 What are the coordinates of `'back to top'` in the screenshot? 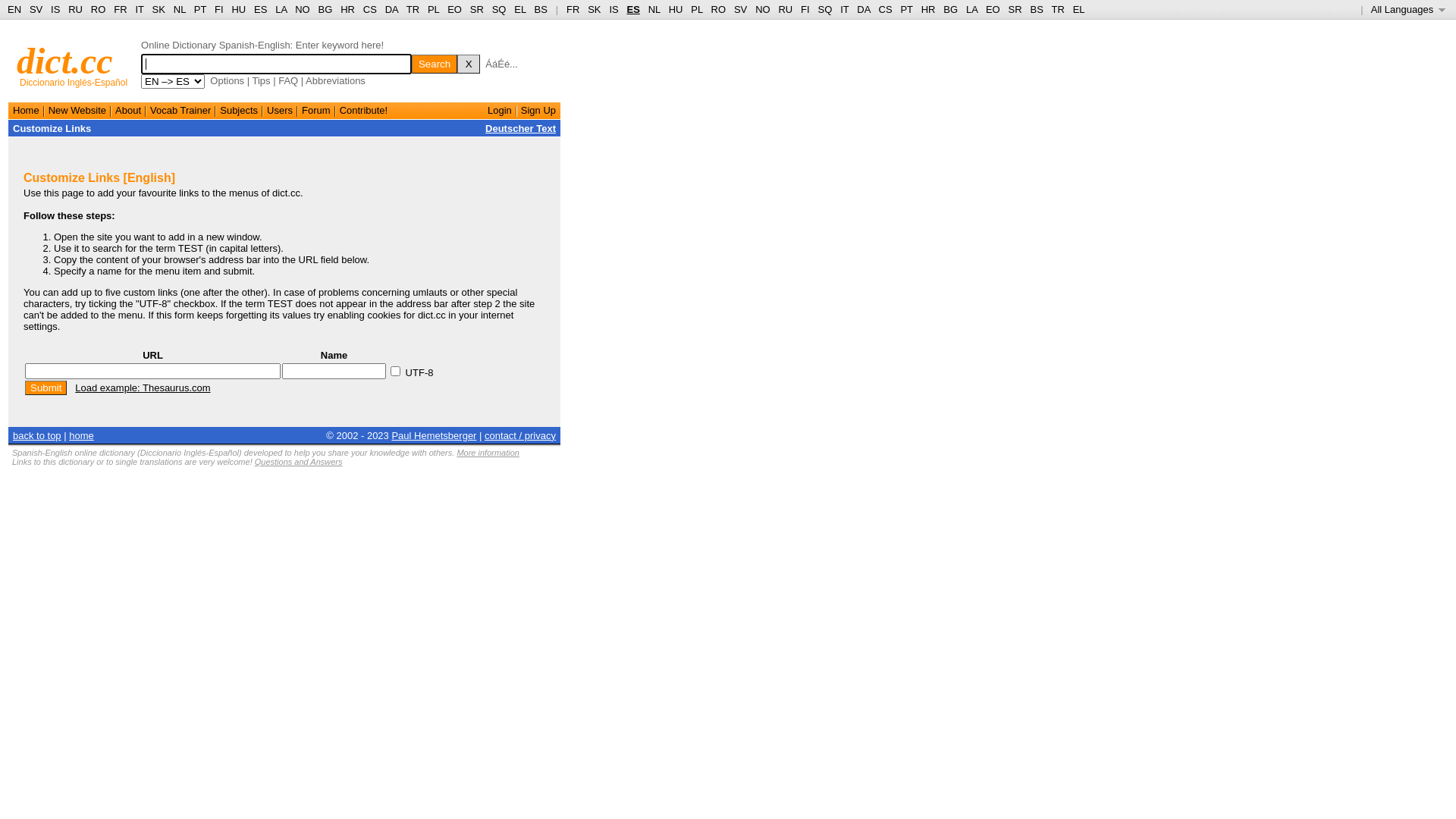 It's located at (36, 435).